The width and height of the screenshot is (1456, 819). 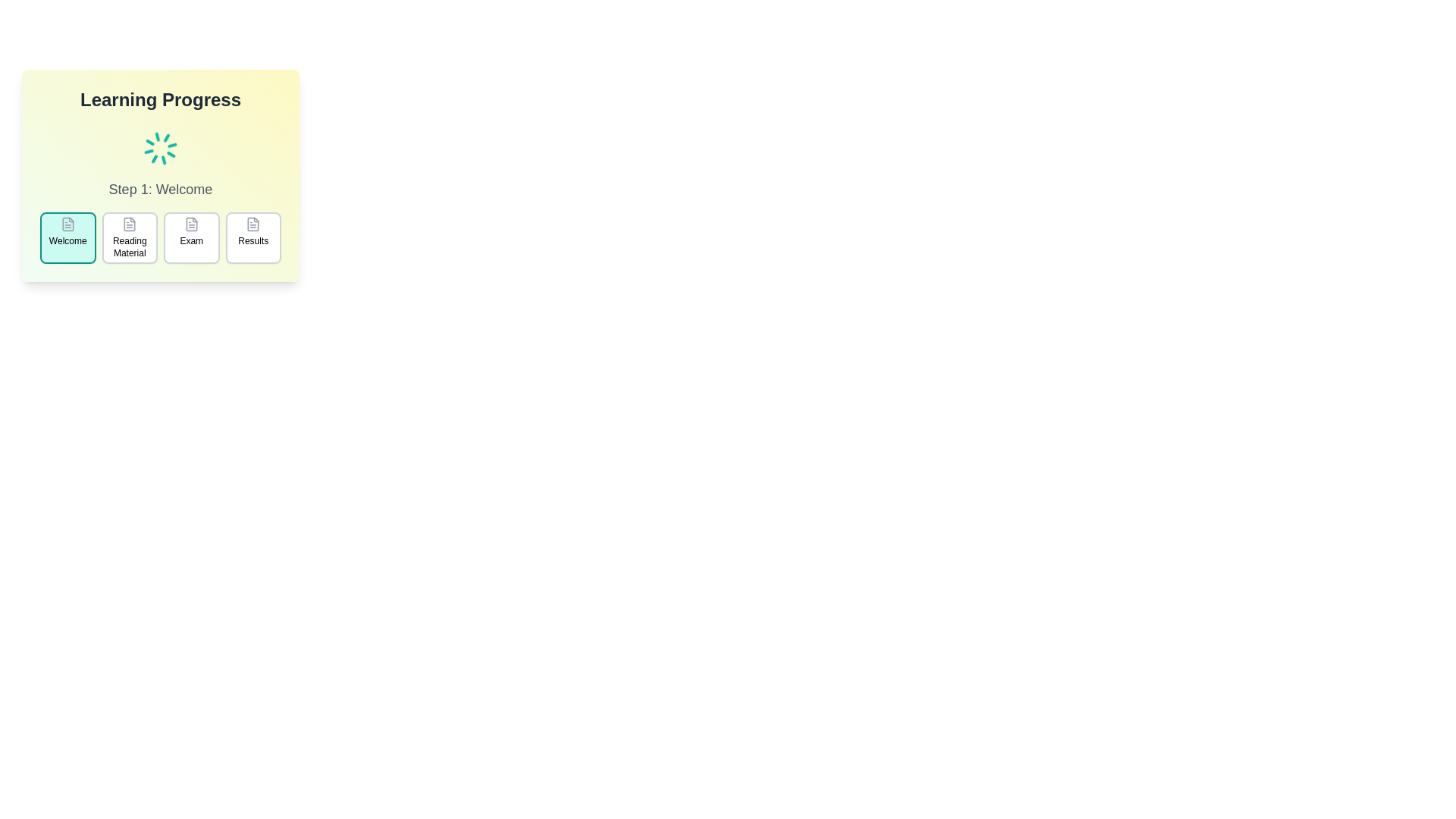 What do you see at coordinates (253, 237) in the screenshot?
I see `the 'Results' button, which is a rectangular button with a white background, a document icon, and bordered with a gray outline, located below the 'Learning Progress' heading` at bounding box center [253, 237].